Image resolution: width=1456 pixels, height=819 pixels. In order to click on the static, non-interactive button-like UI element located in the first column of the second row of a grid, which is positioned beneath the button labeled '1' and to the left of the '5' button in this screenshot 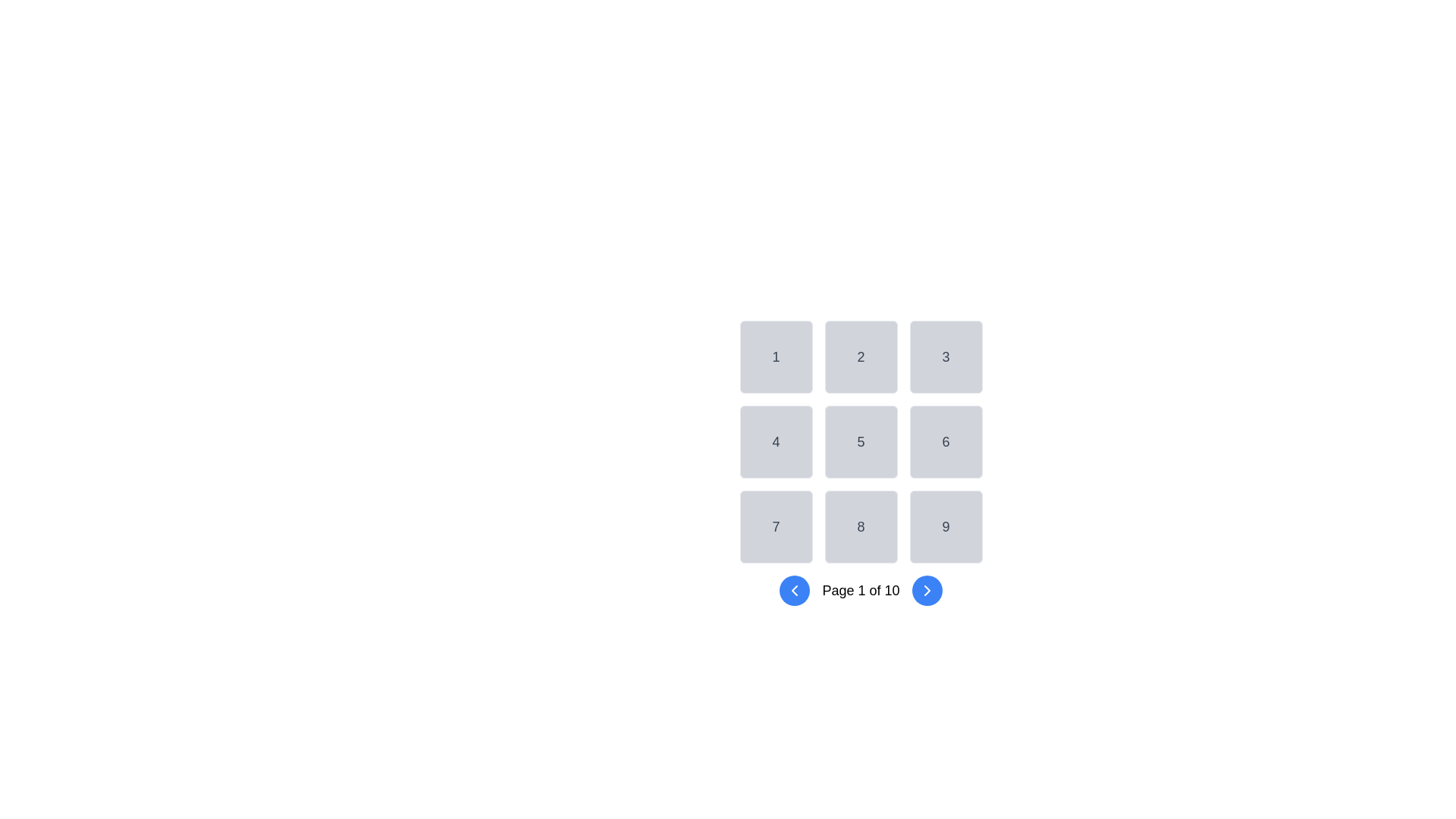, I will do `click(776, 441)`.